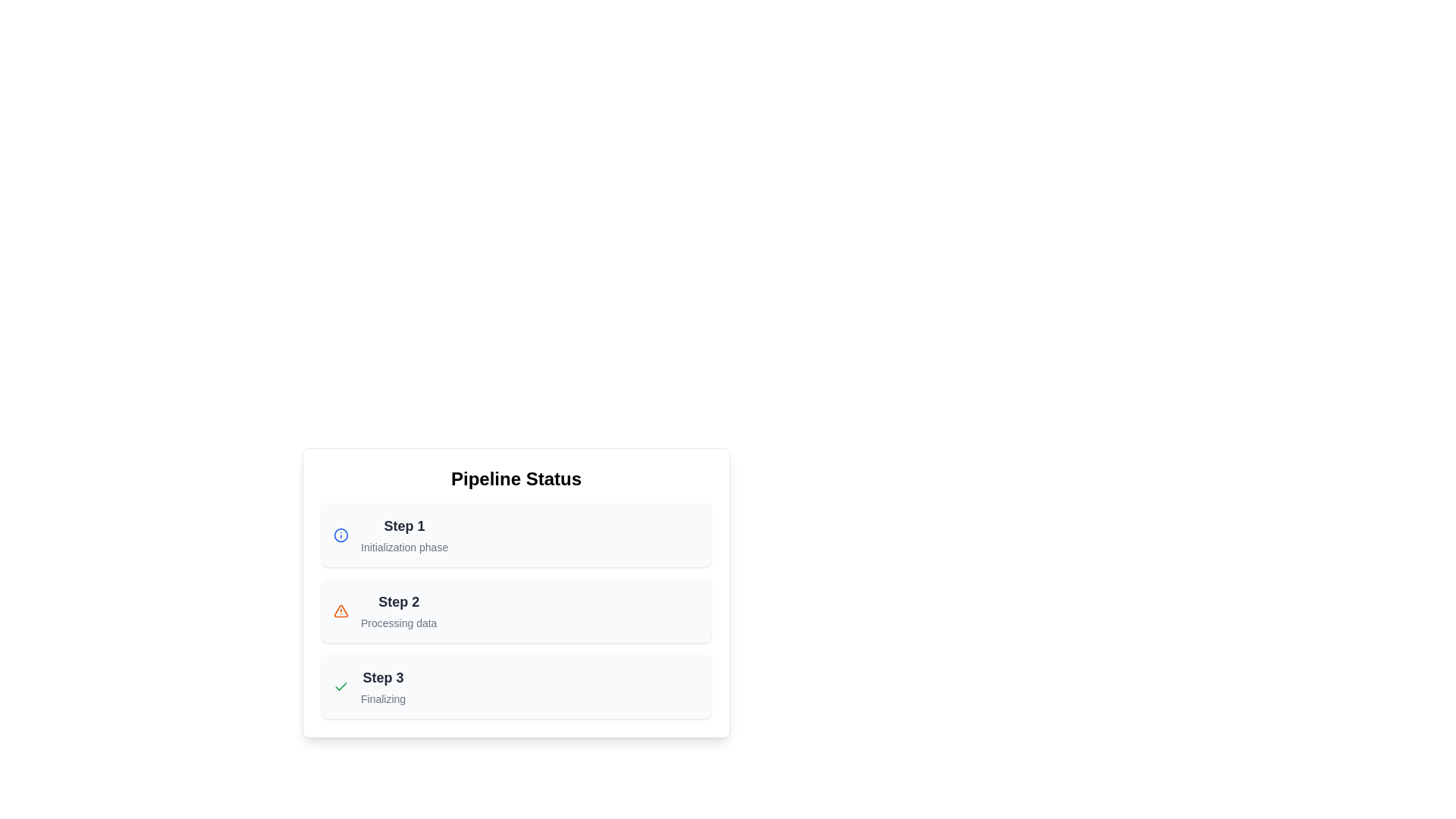 The height and width of the screenshot is (819, 1456). I want to click on the static text label that indicates the system is processing data, which is located beneath 'Step 2' in the sequential pipeline status panel, so click(399, 623).